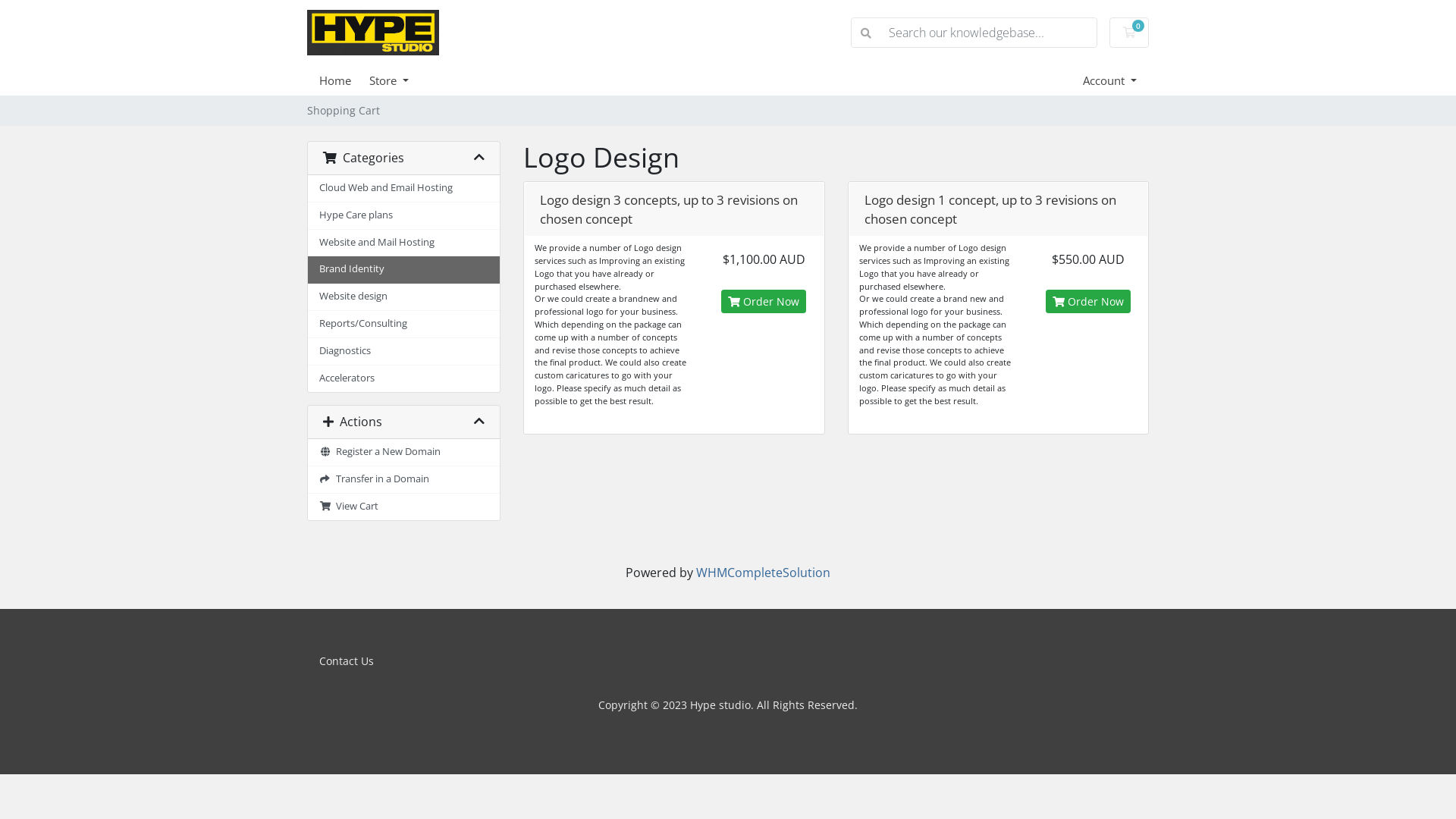 Image resolution: width=1456 pixels, height=819 pixels. What do you see at coordinates (307, 268) in the screenshot?
I see `'Brand Identity'` at bounding box center [307, 268].